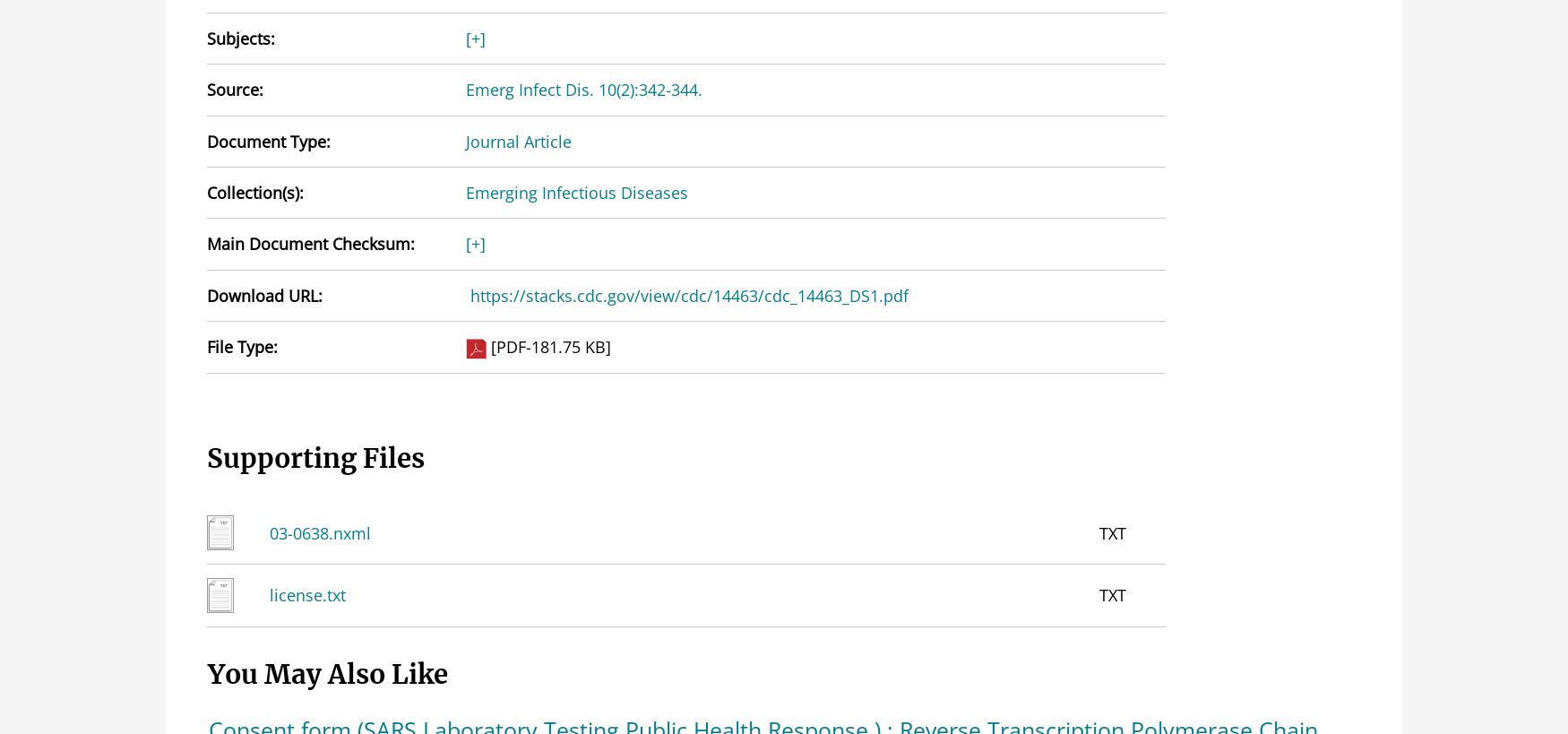 Image resolution: width=1568 pixels, height=734 pixels. I want to click on 'Journal Article', so click(518, 140).